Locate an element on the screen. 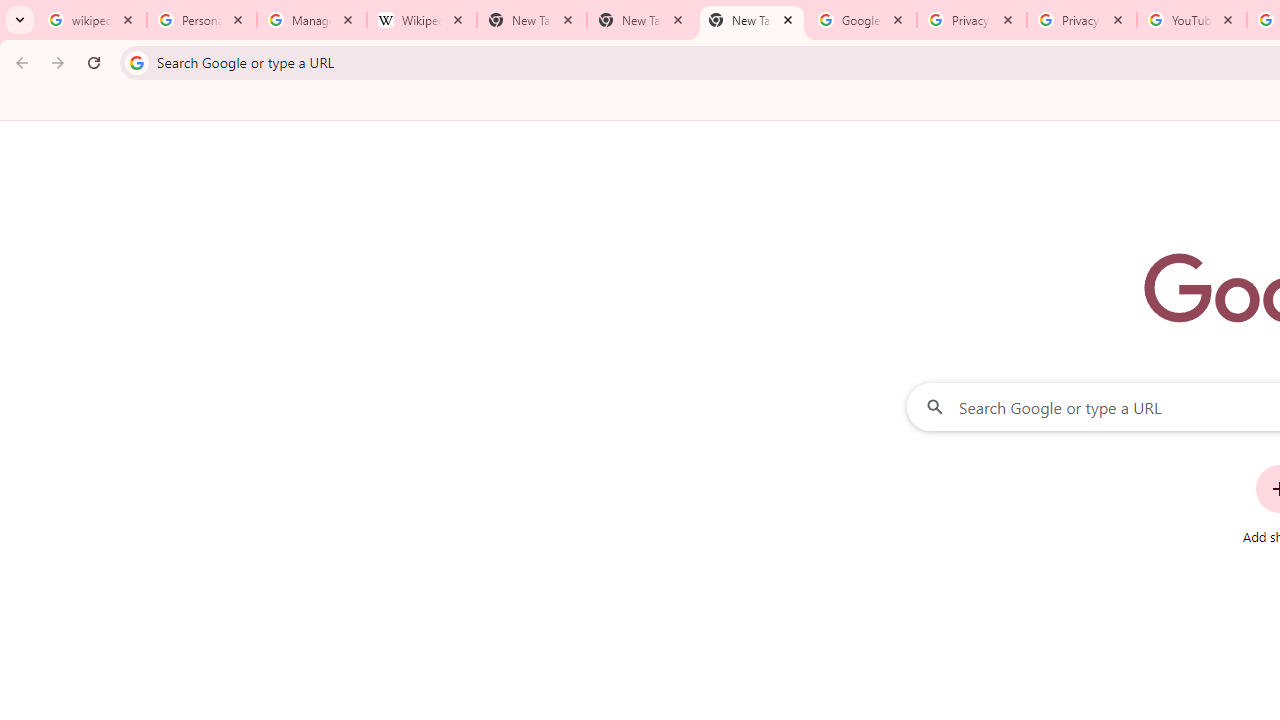 The height and width of the screenshot is (720, 1280). 'Wikipedia:Edit requests - Wikipedia' is located at coordinates (421, 20).